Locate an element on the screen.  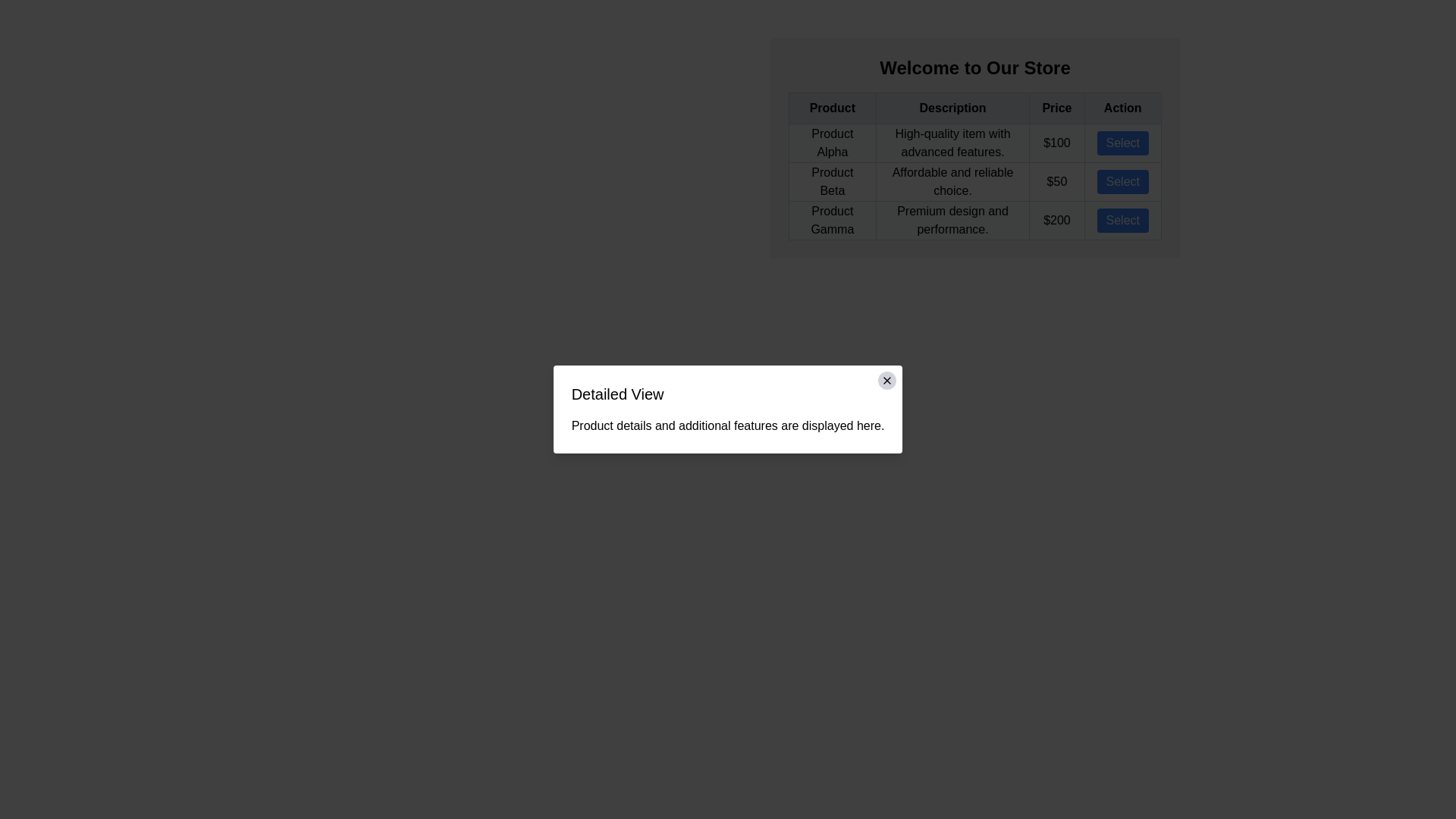
the 'Product Gamma' row in the table is located at coordinates (975, 220).